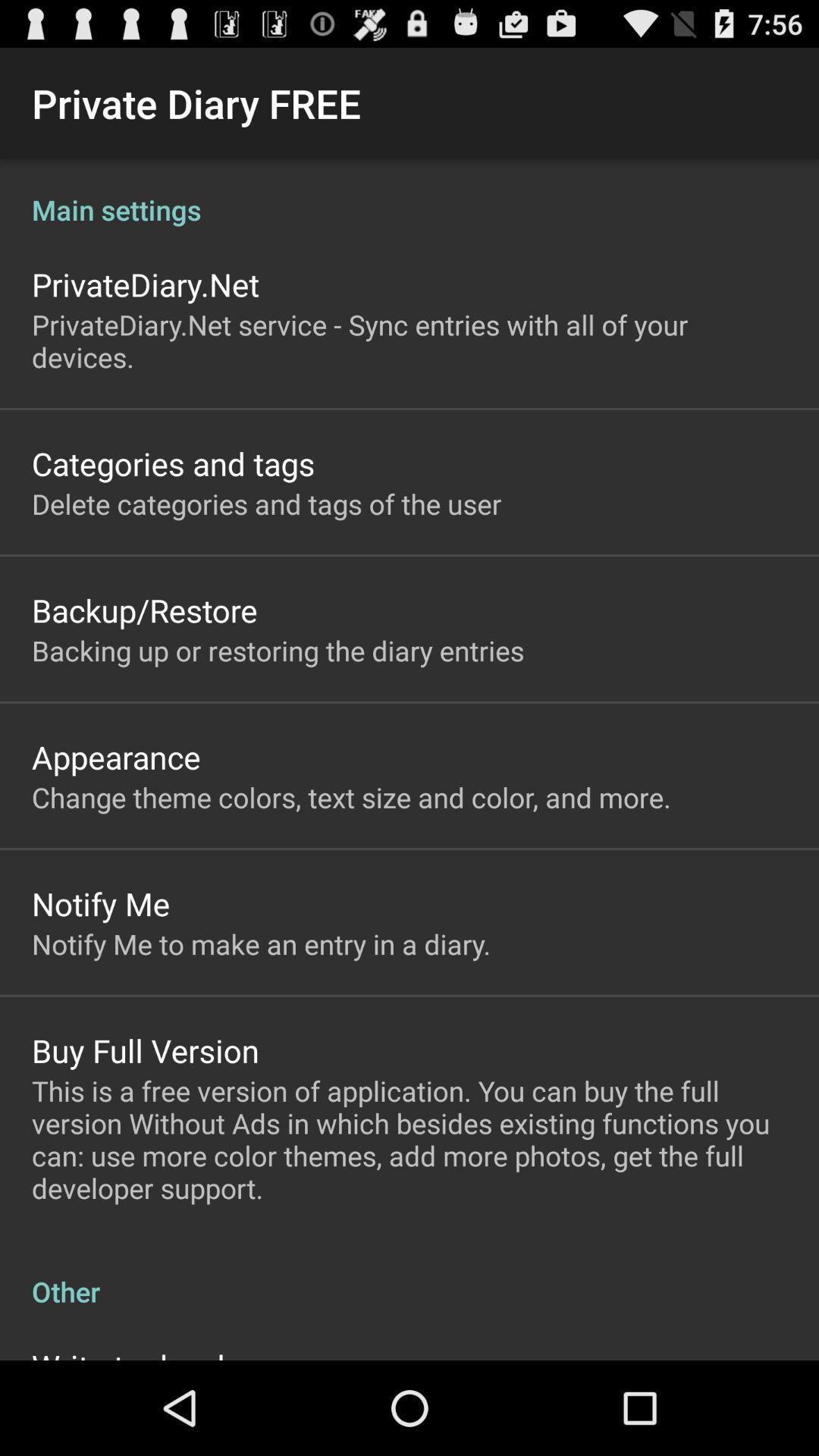 This screenshot has height=1456, width=819. I want to click on app above the privatediary.net icon, so click(409, 193).